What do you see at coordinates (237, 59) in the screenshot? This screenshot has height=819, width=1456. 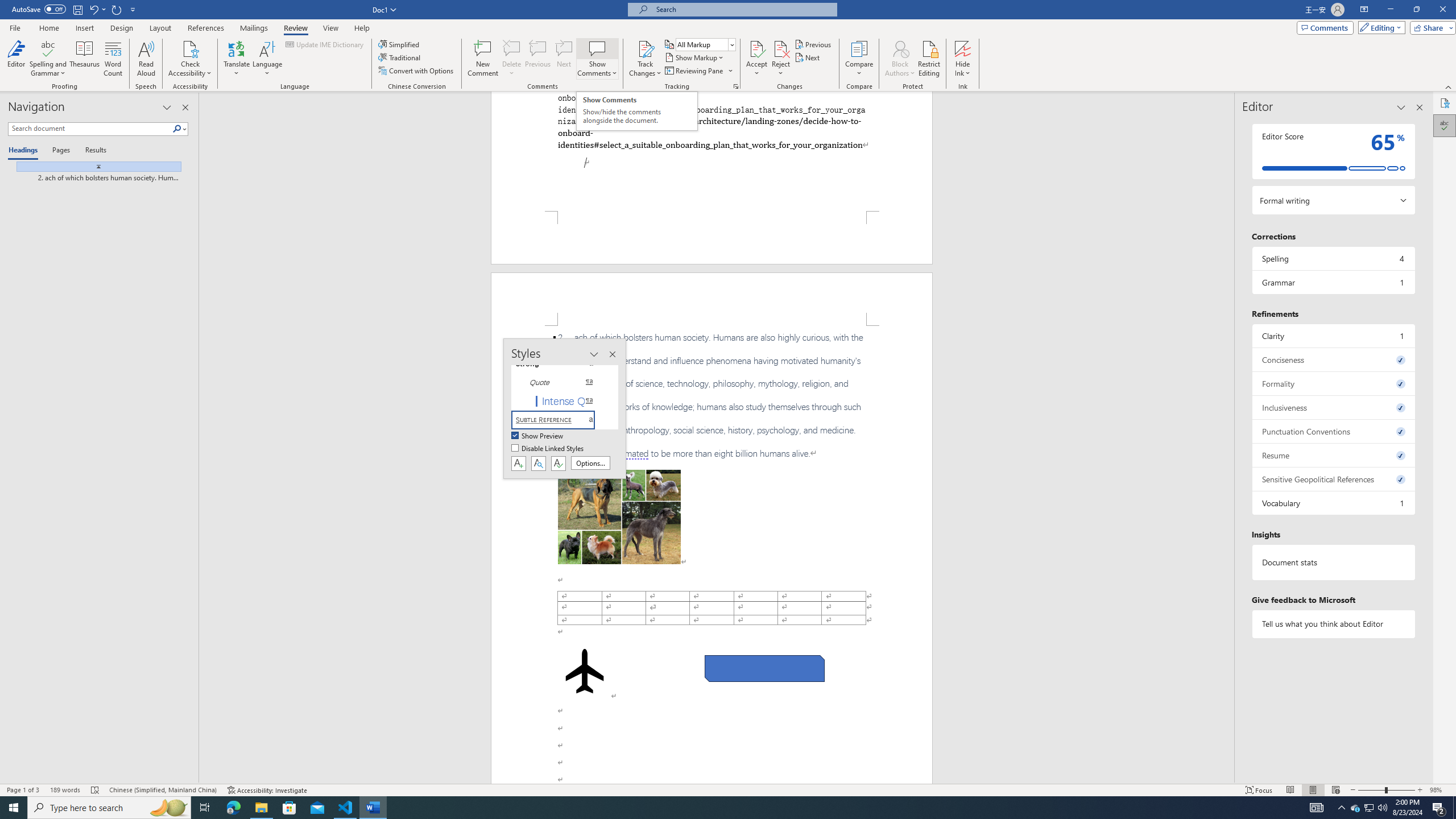 I see `'Translate'` at bounding box center [237, 59].